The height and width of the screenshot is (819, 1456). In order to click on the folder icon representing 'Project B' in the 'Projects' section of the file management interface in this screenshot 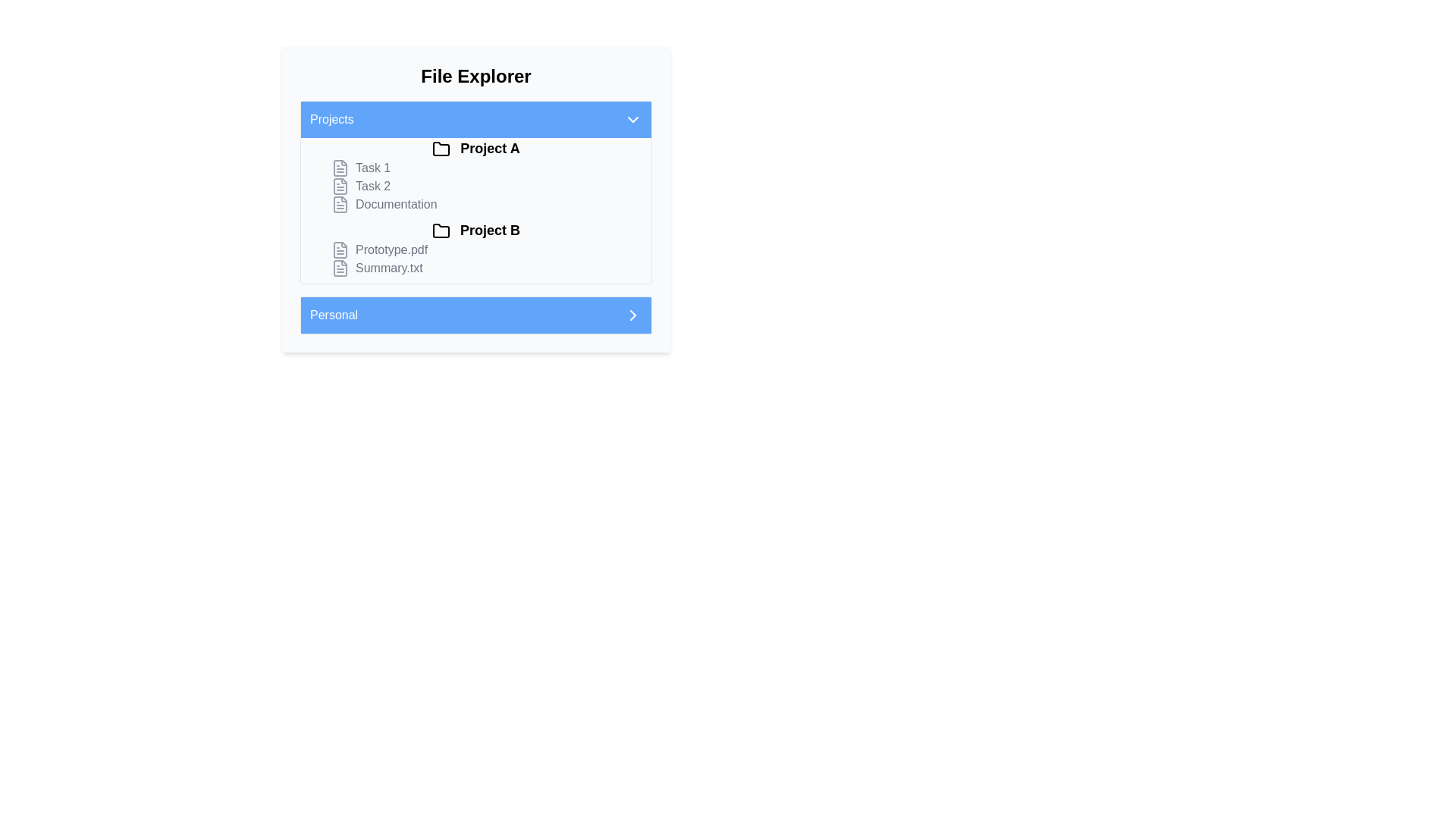, I will do `click(440, 231)`.